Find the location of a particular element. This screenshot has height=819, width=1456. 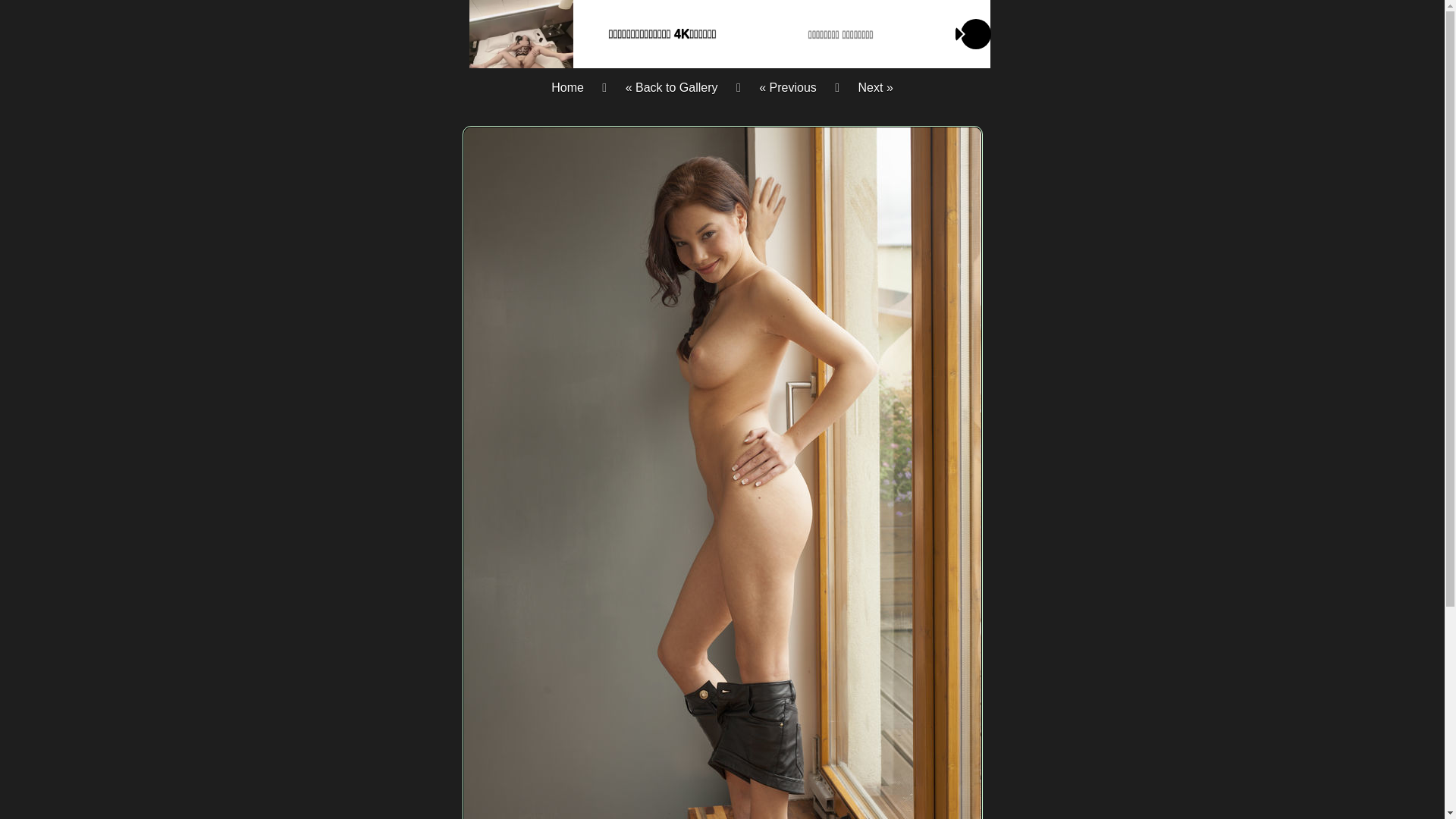

'Home' is located at coordinates (535, 87).